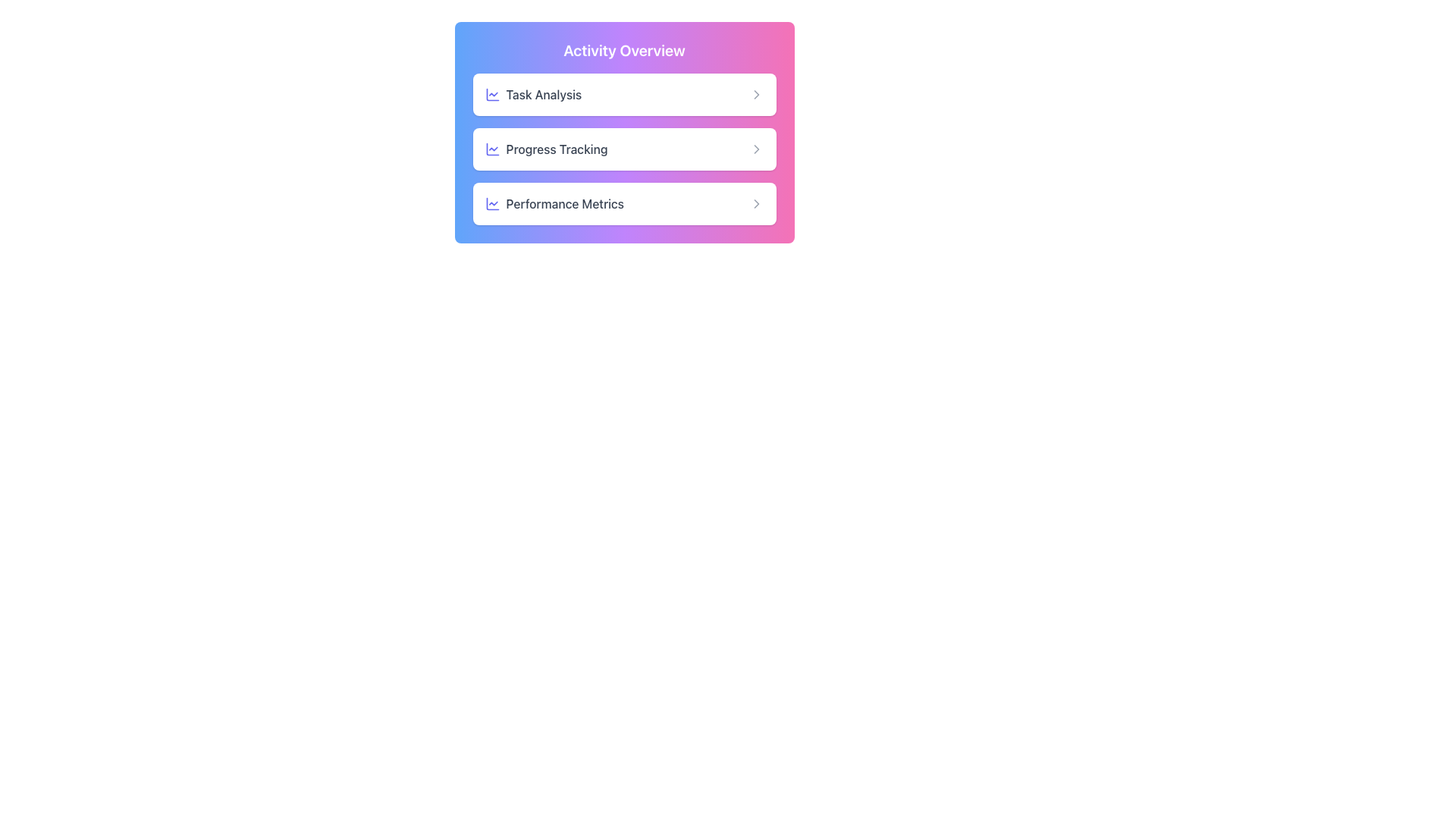 Image resolution: width=1456 pixels, height=819 pixels. I want to click on the right-pointing chevron icon located to the far right within the 'Progress Tracking' button under the 'Activity Overview' header, so click(756, 149).